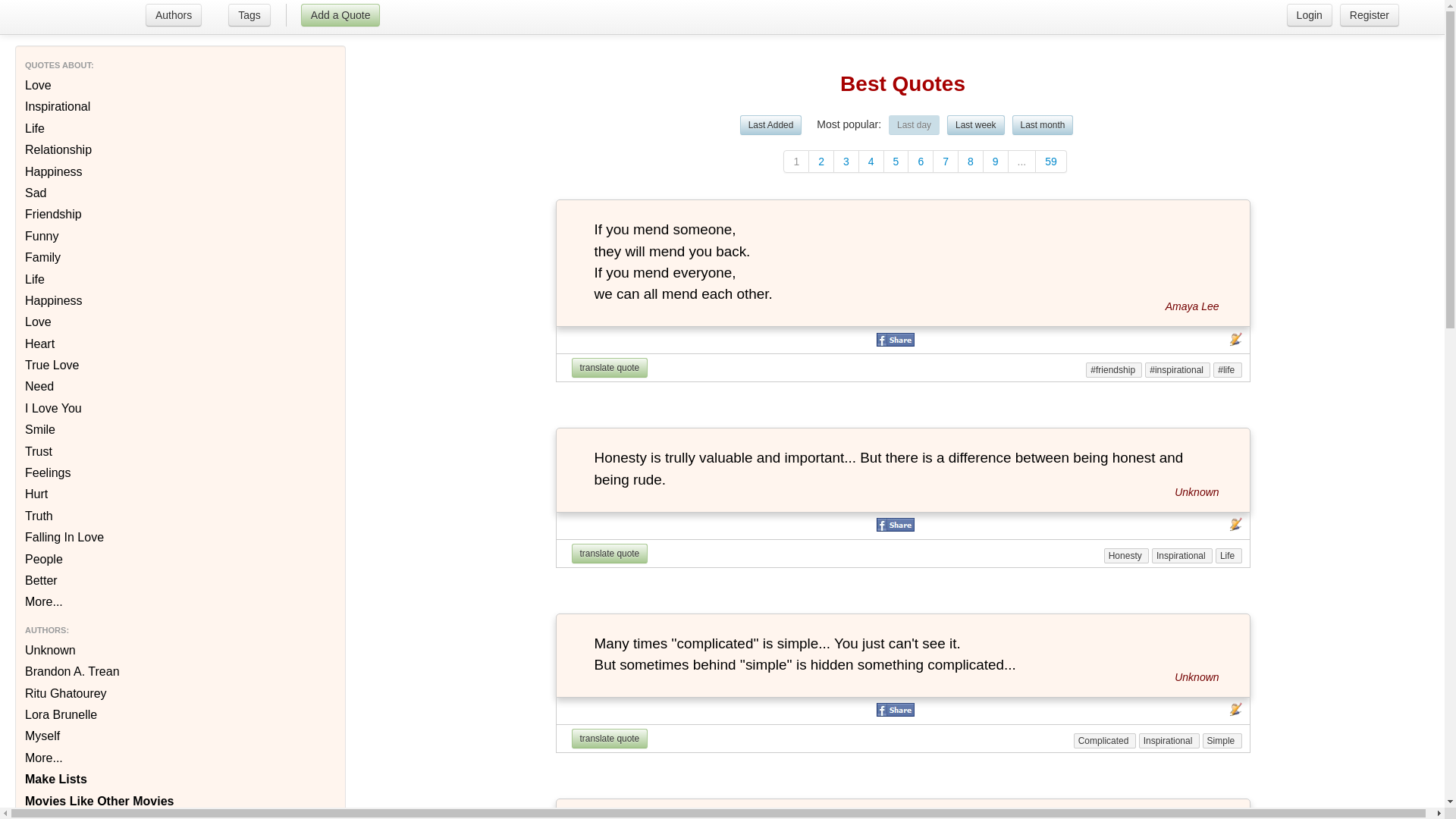  Describe the element at coordinates (1222, 739) in the screenshot. I see `'Simple '` at that location.